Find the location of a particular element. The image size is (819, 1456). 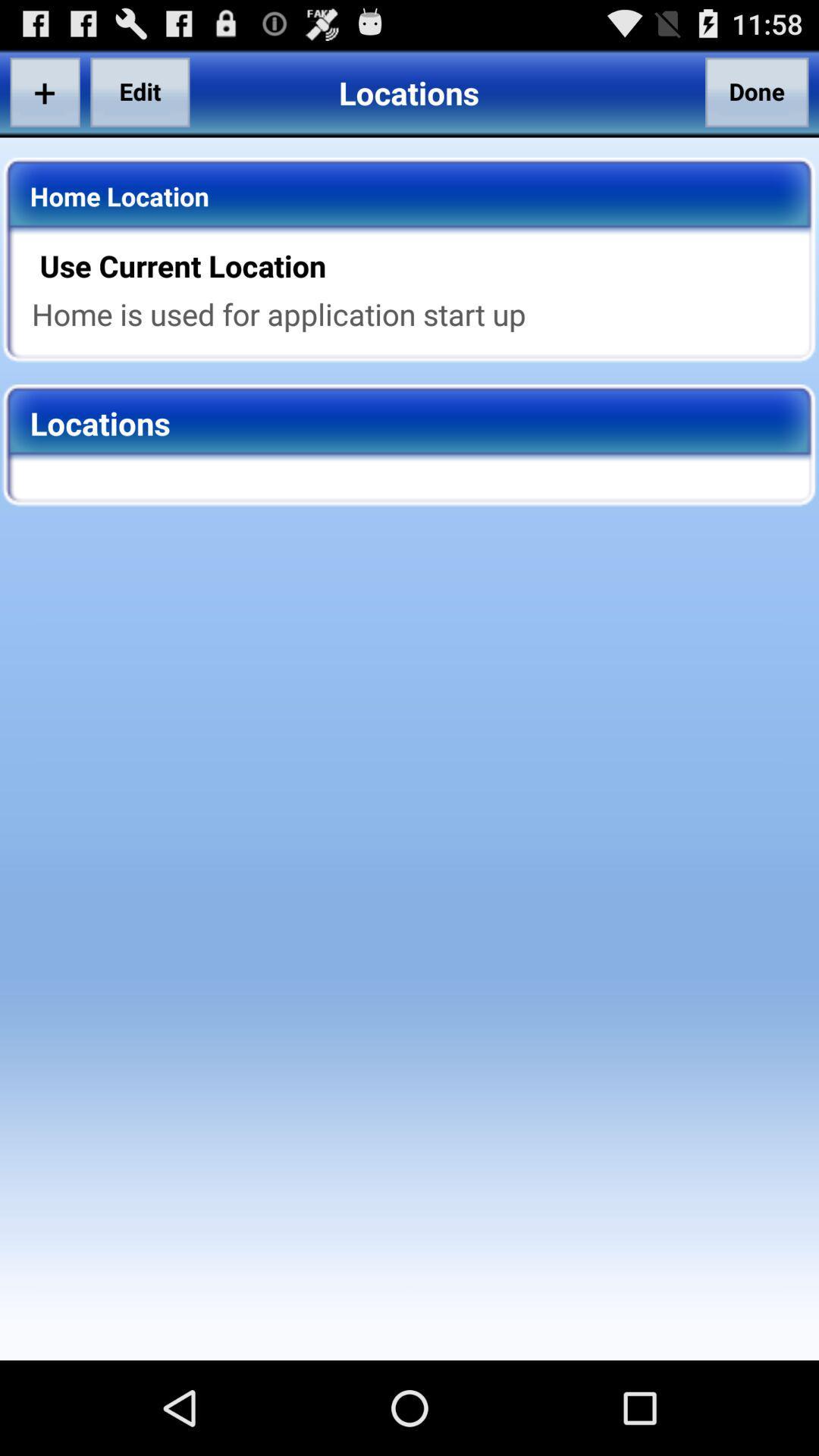

the use current location item is located at coordinates (419, 265).